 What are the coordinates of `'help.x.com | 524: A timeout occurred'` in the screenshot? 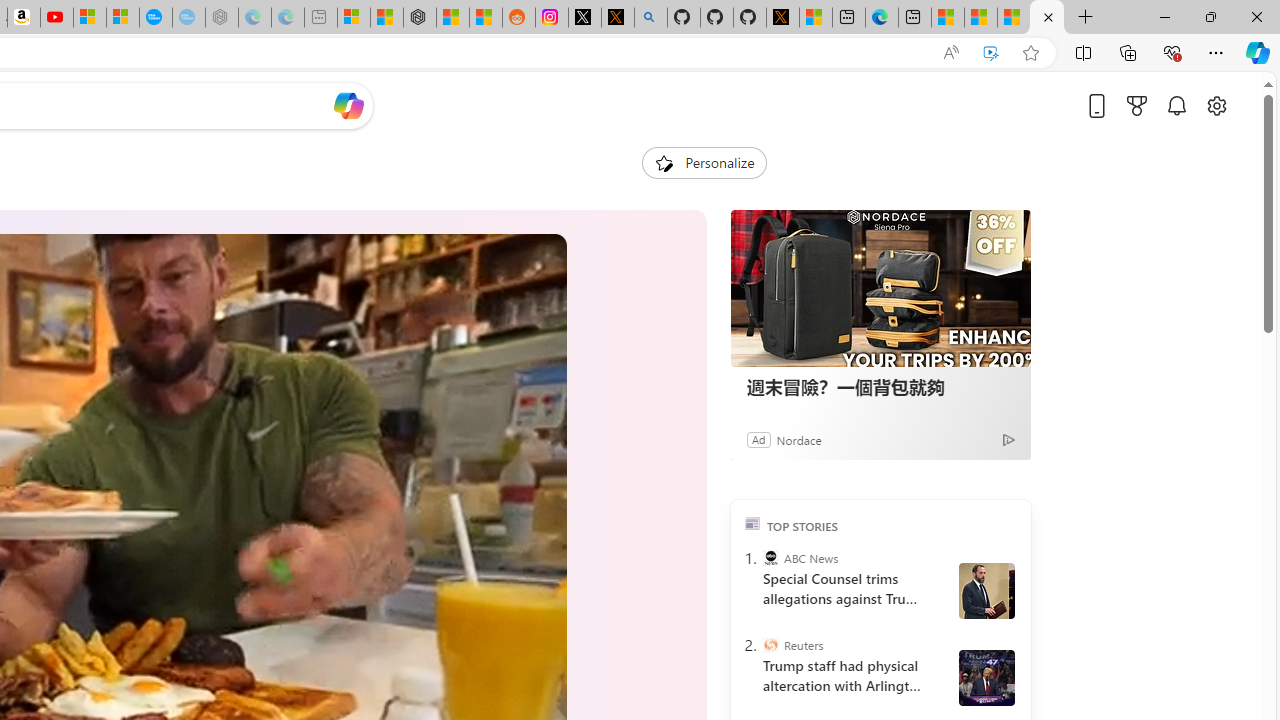 It's located at (616, 17).